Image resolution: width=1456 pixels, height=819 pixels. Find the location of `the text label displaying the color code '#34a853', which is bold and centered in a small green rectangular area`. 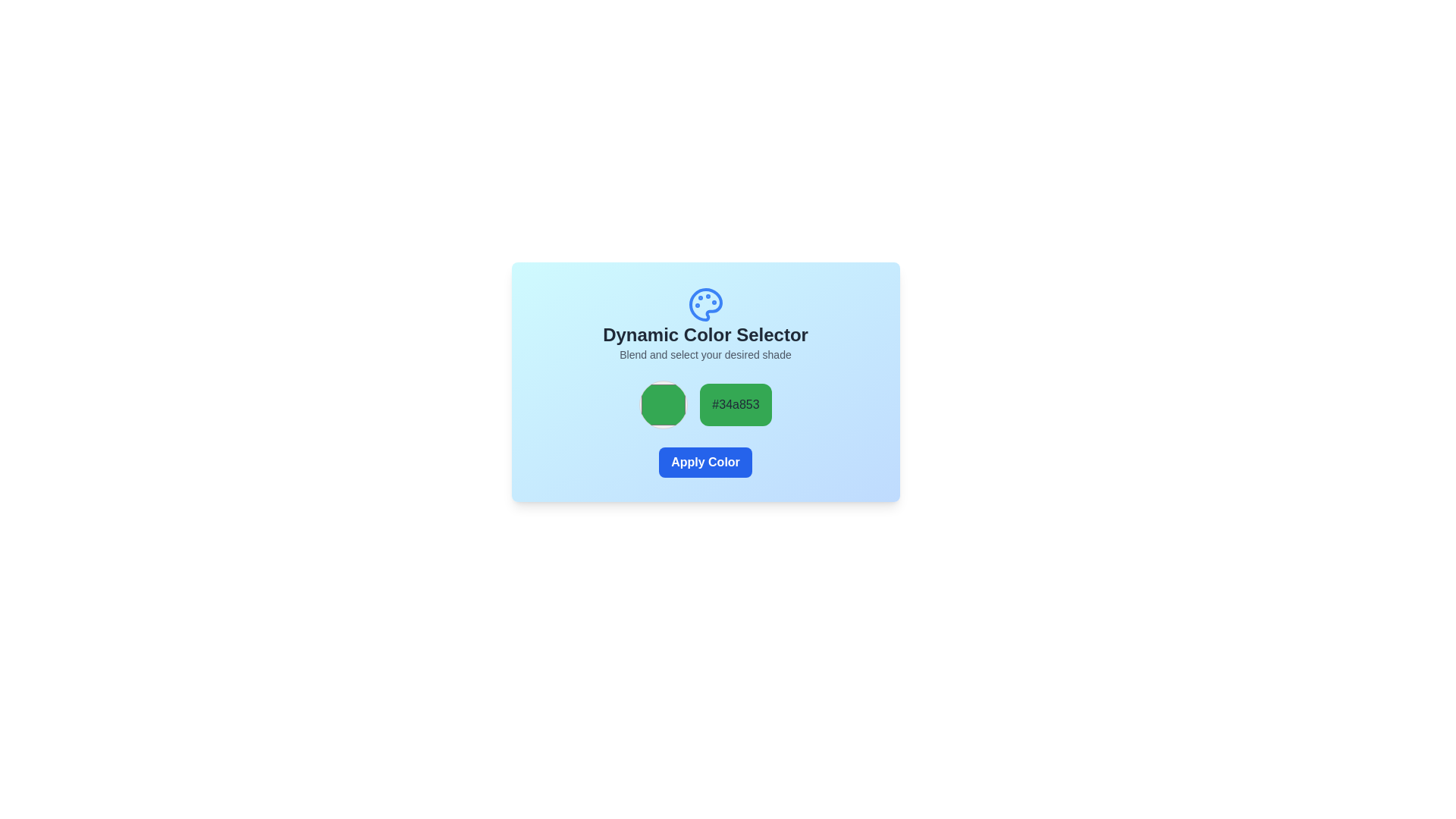

the text label displaying the color code '#34a853', which is bold and centered in a small green rectangular area is located at coordinates (736, 403).